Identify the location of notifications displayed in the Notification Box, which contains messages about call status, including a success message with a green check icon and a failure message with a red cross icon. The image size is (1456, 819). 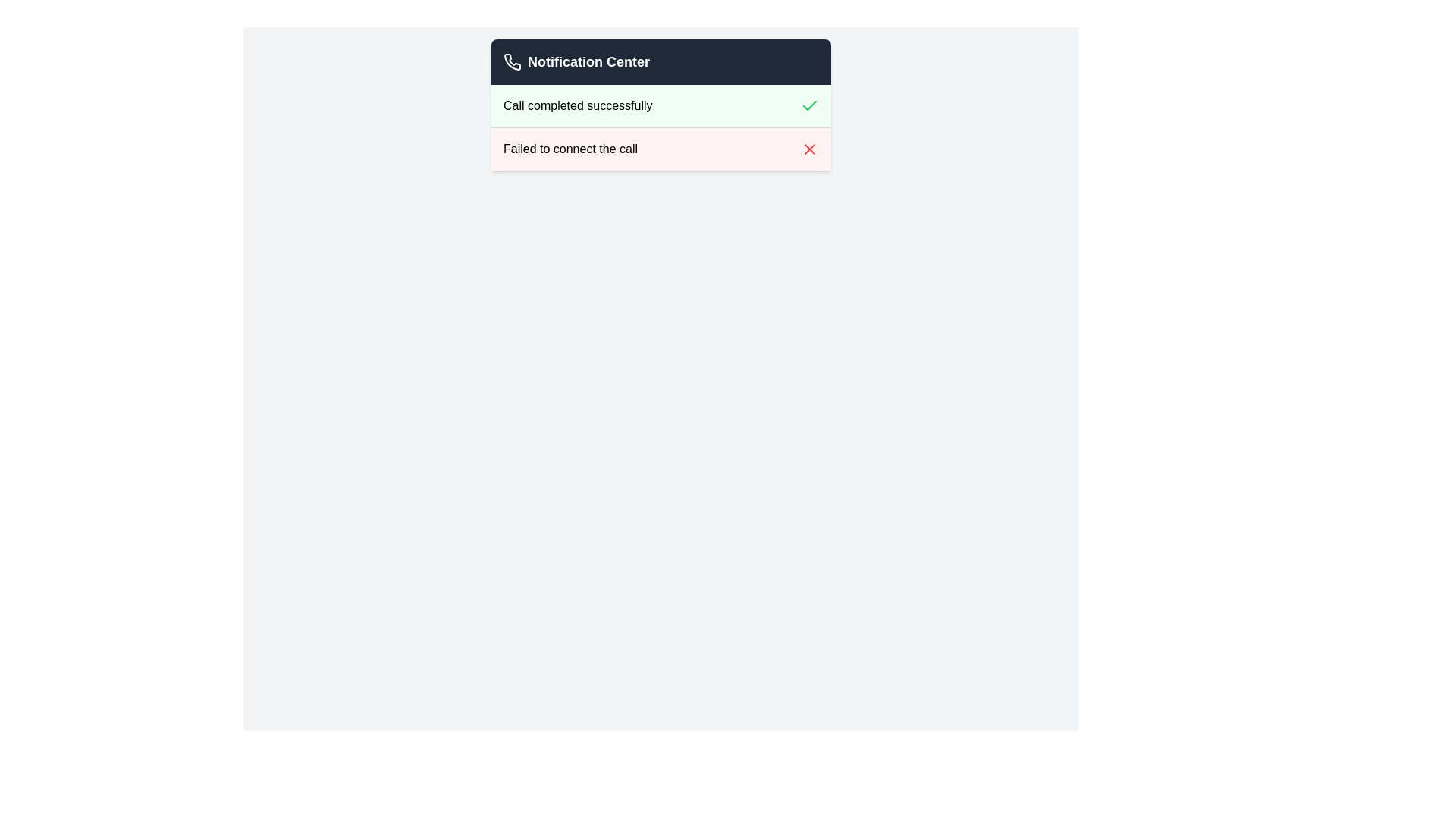
(661, 104).